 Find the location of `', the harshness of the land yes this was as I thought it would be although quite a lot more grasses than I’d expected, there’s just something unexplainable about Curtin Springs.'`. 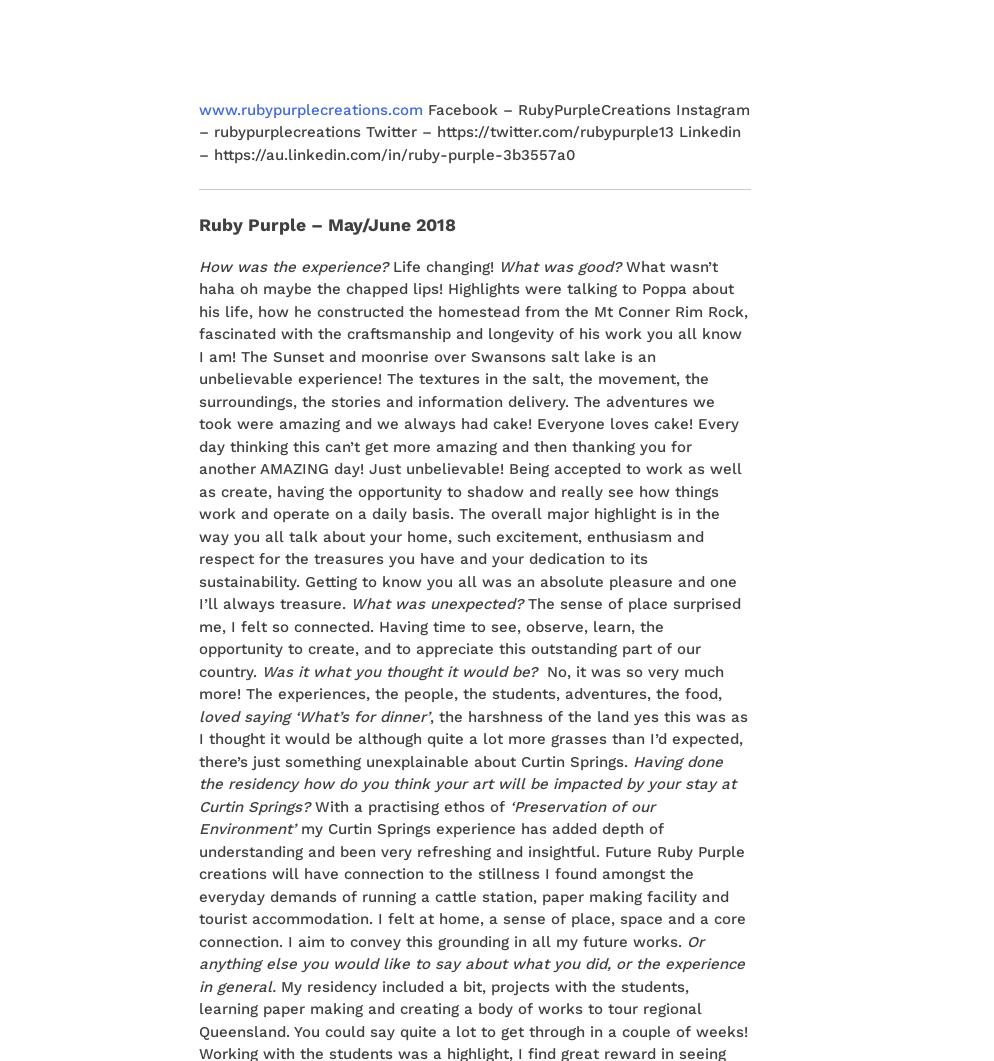

', the harshness of the land yes this was as I thought it would be although quite a lot more grasses than I’d expected, there’s just something unexplainable about Curtin Springs.' is located at coordinates (472, 738).